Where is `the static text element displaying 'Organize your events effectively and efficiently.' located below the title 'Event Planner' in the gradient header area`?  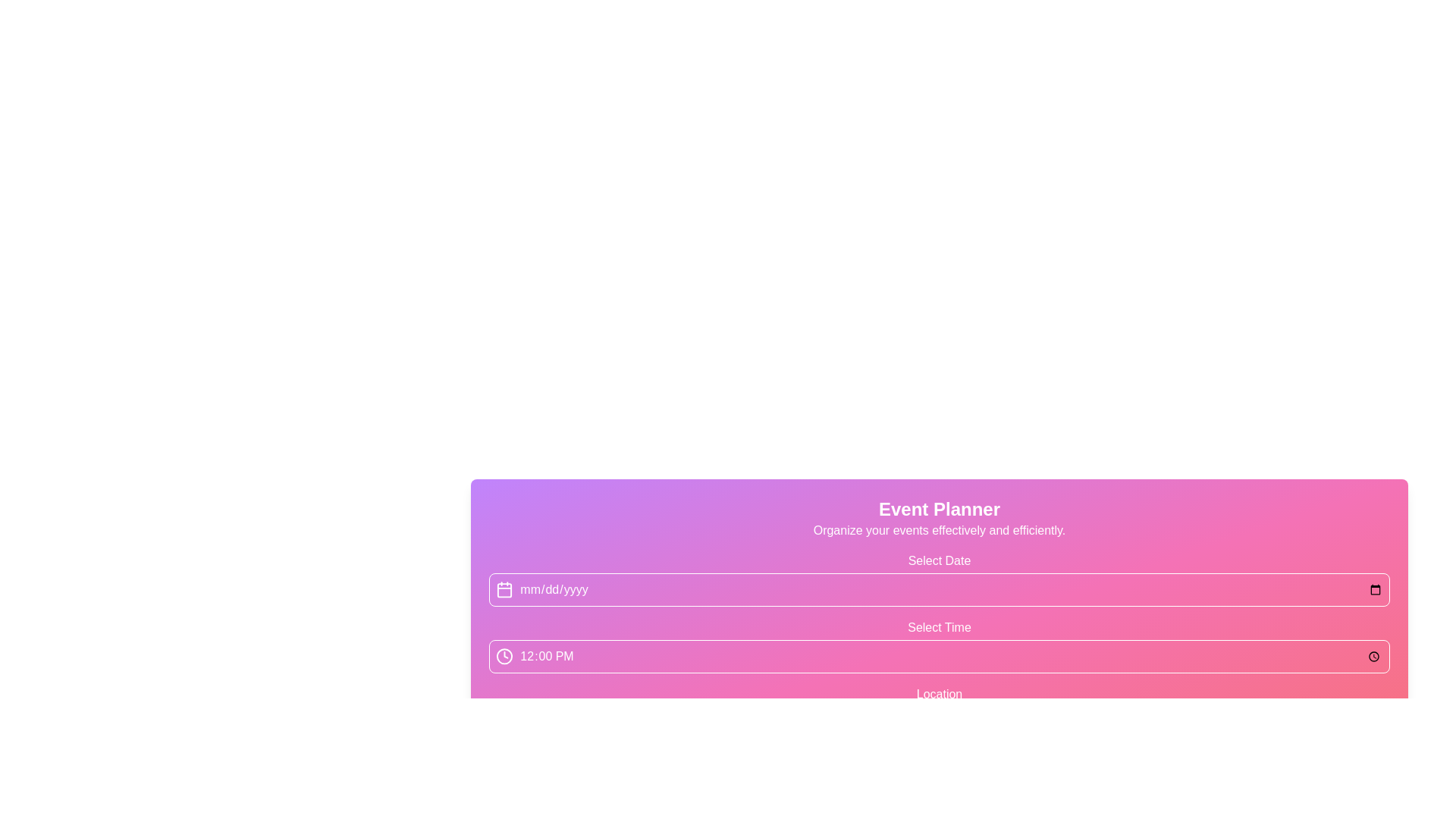 the static text element displaying 'Organize your events effectively and efficiently.' located below the title 'Event Planner' in the gradient header area is located at coordinates (938, 529).